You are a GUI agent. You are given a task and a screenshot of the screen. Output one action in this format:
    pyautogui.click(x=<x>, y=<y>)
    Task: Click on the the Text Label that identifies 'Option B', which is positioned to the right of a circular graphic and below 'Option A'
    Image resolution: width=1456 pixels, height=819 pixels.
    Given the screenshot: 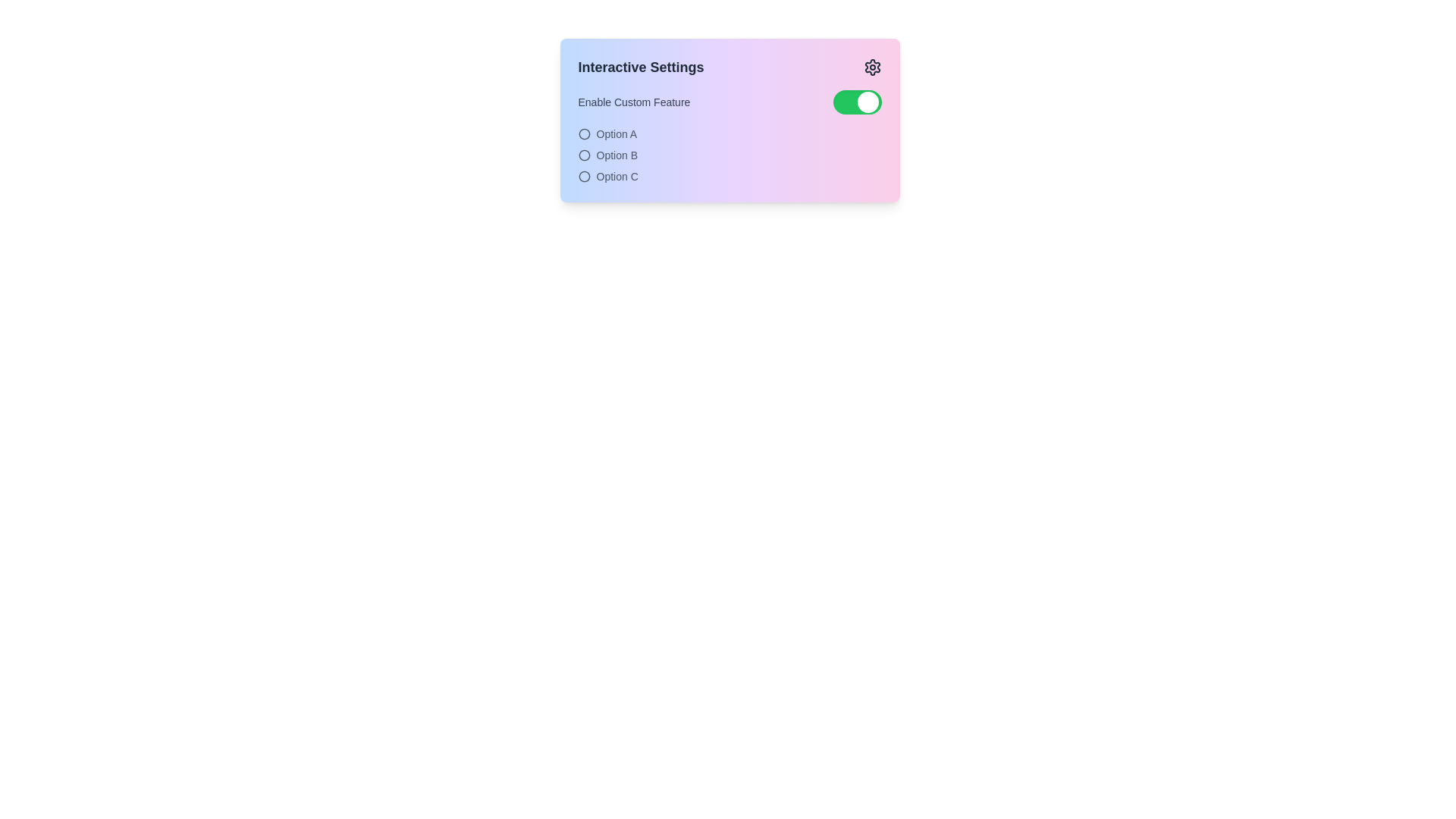 What is the action you would take?
    pyautogui.click(x=617, y=155)
    